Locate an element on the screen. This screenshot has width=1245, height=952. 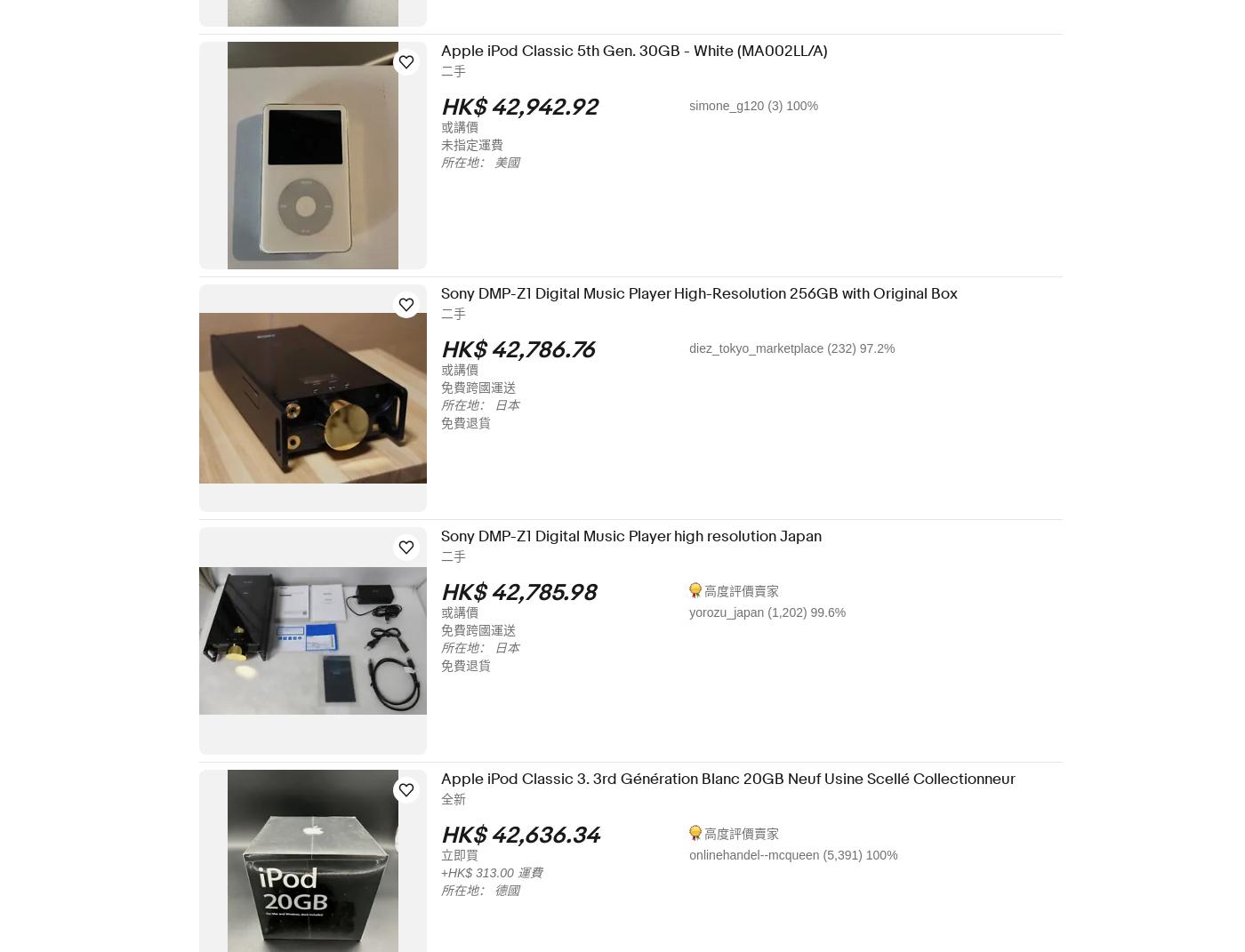
'Apple iPod Classic 3. 3rd Génération Blanc 20GB Neuf Usine Scellé Collectionneur' is located at coordinates (452, 779).